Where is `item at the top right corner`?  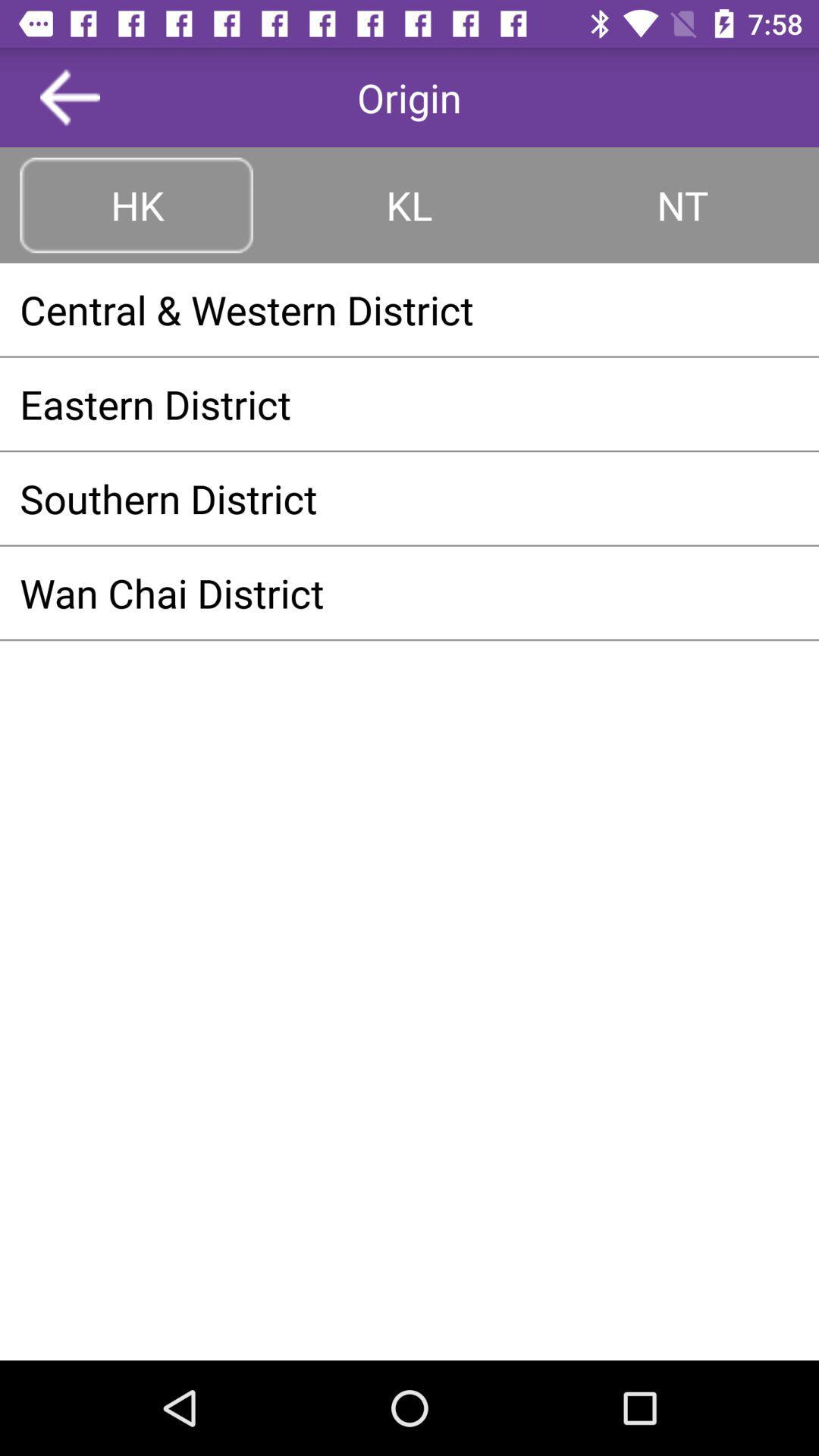 item at the top right corner is located at coordinates (681, 204).